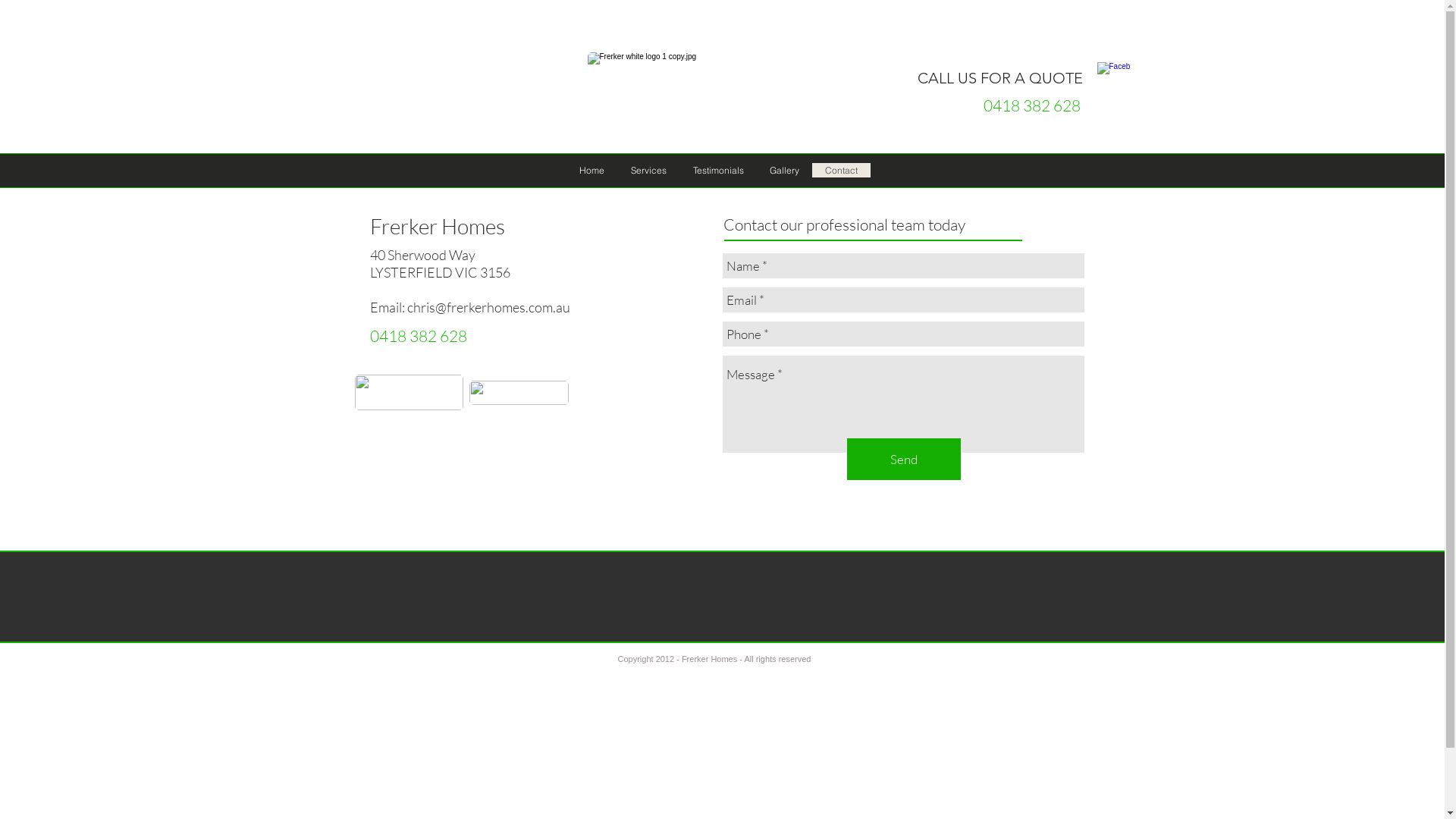 This screenshot has height=819, width=1456. Describe the element at coordinates (705, 90) in the screenshot. I see `'Frerker white logo 1 copy.jpg'` at that location.